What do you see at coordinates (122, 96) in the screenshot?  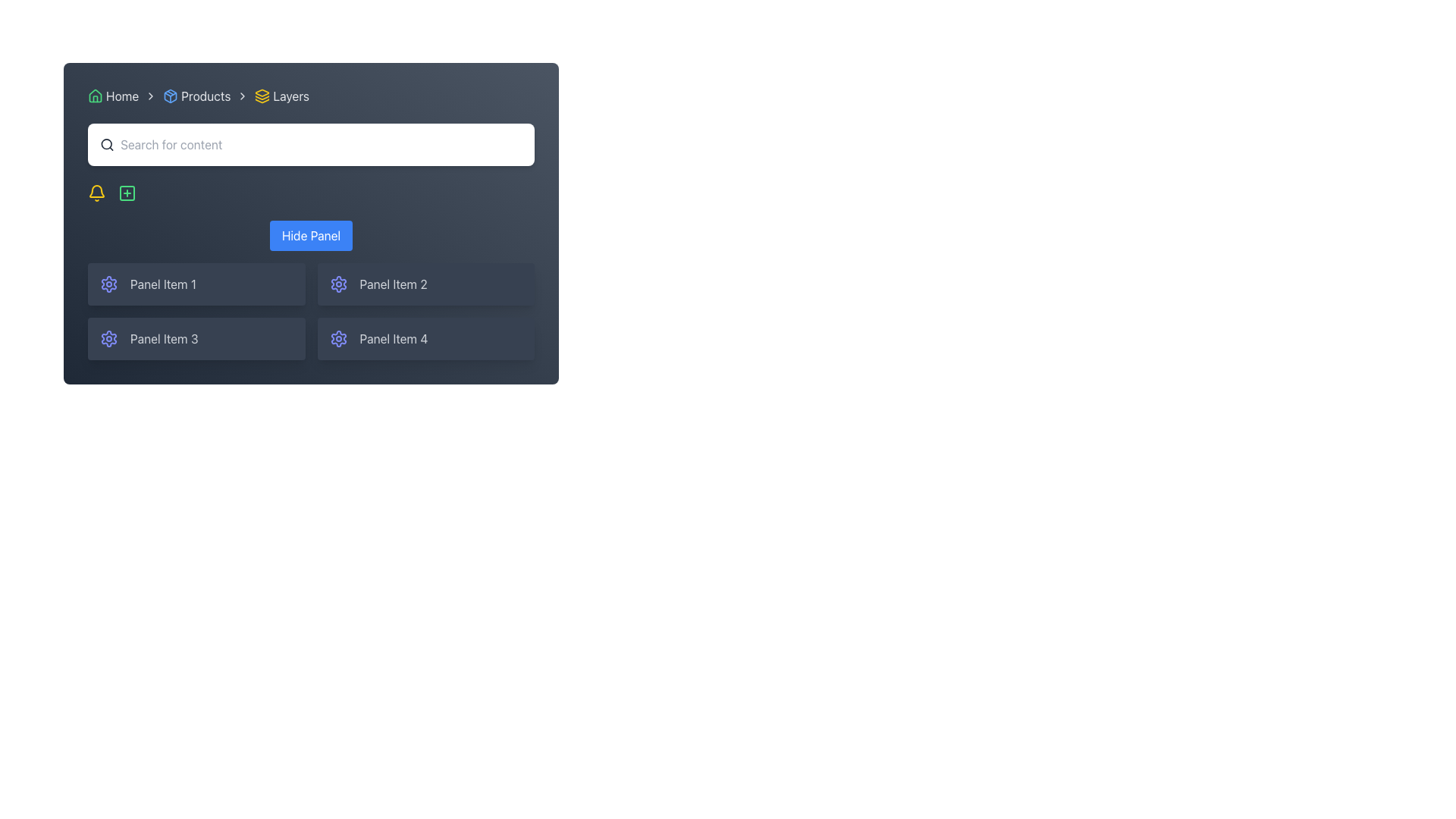 I see `the 'Home' text label in the breadcrumb navigation` at bounding box center [122, 96].